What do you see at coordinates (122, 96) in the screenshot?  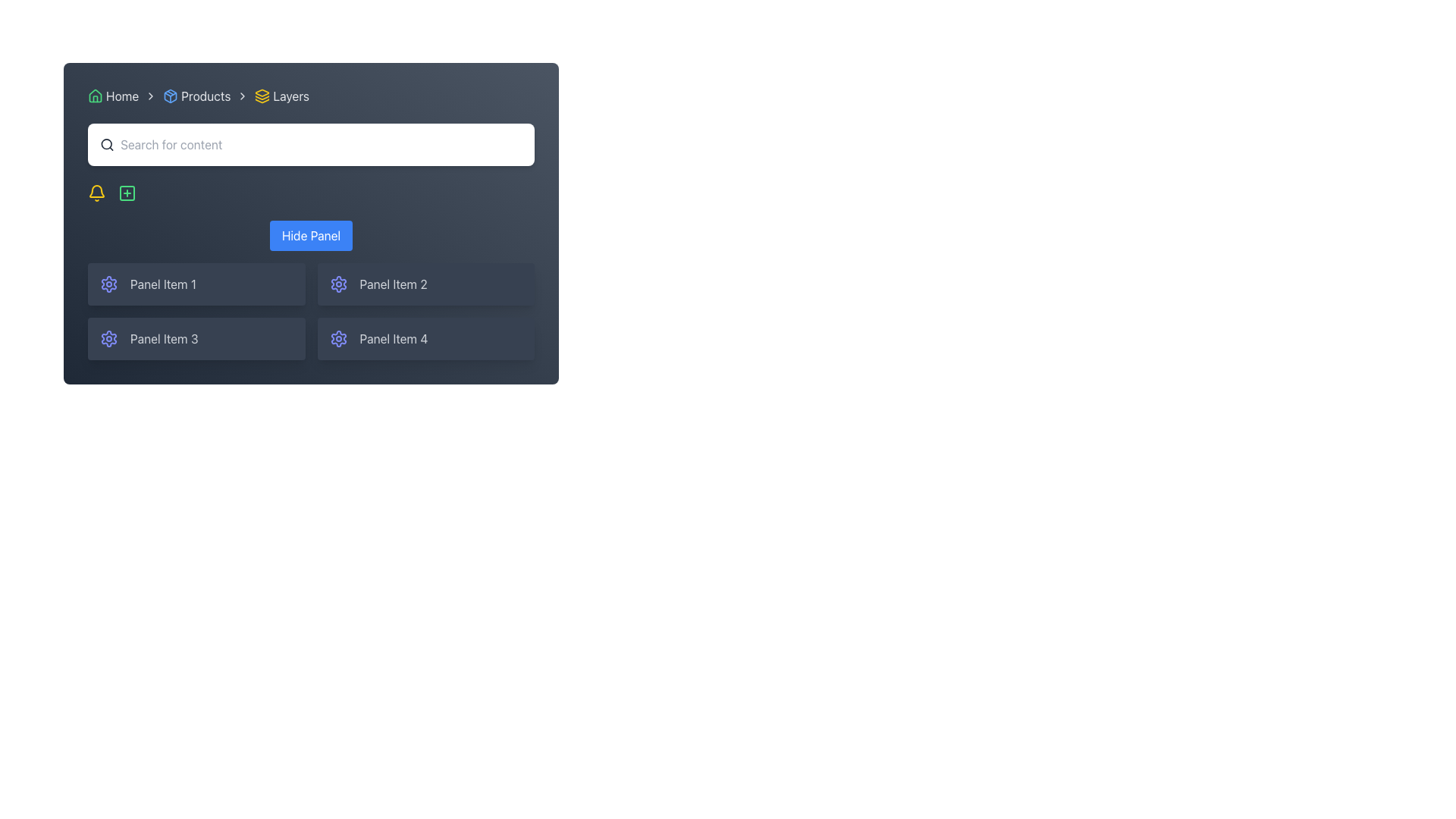 I see `the 'Home' text label in the breadcrumb navigation` at bounding box center [122, 96].